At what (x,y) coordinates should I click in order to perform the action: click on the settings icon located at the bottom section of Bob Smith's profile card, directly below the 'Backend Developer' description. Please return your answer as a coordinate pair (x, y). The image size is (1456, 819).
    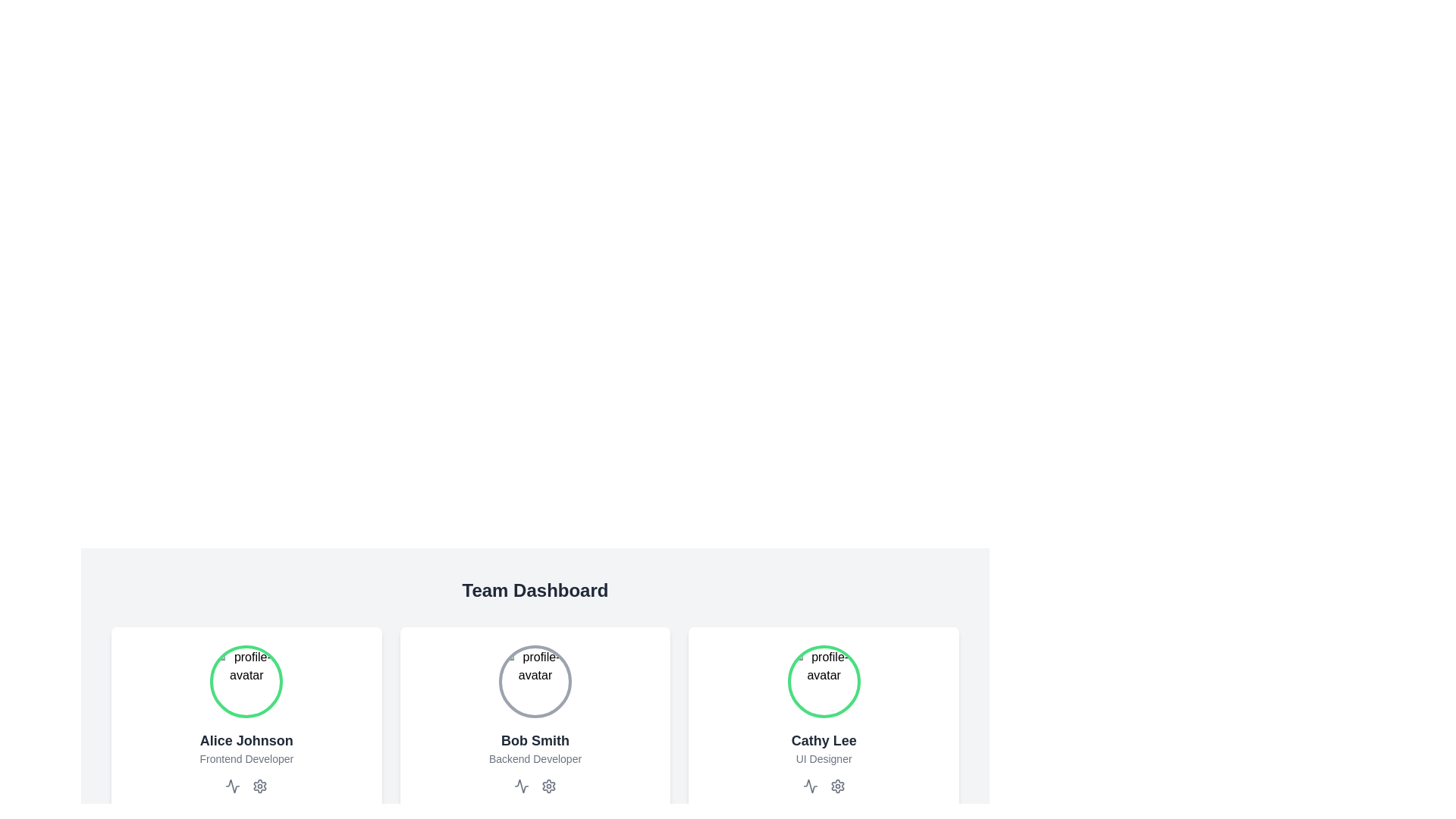
    Looking at the image, I should click on (548, 786).